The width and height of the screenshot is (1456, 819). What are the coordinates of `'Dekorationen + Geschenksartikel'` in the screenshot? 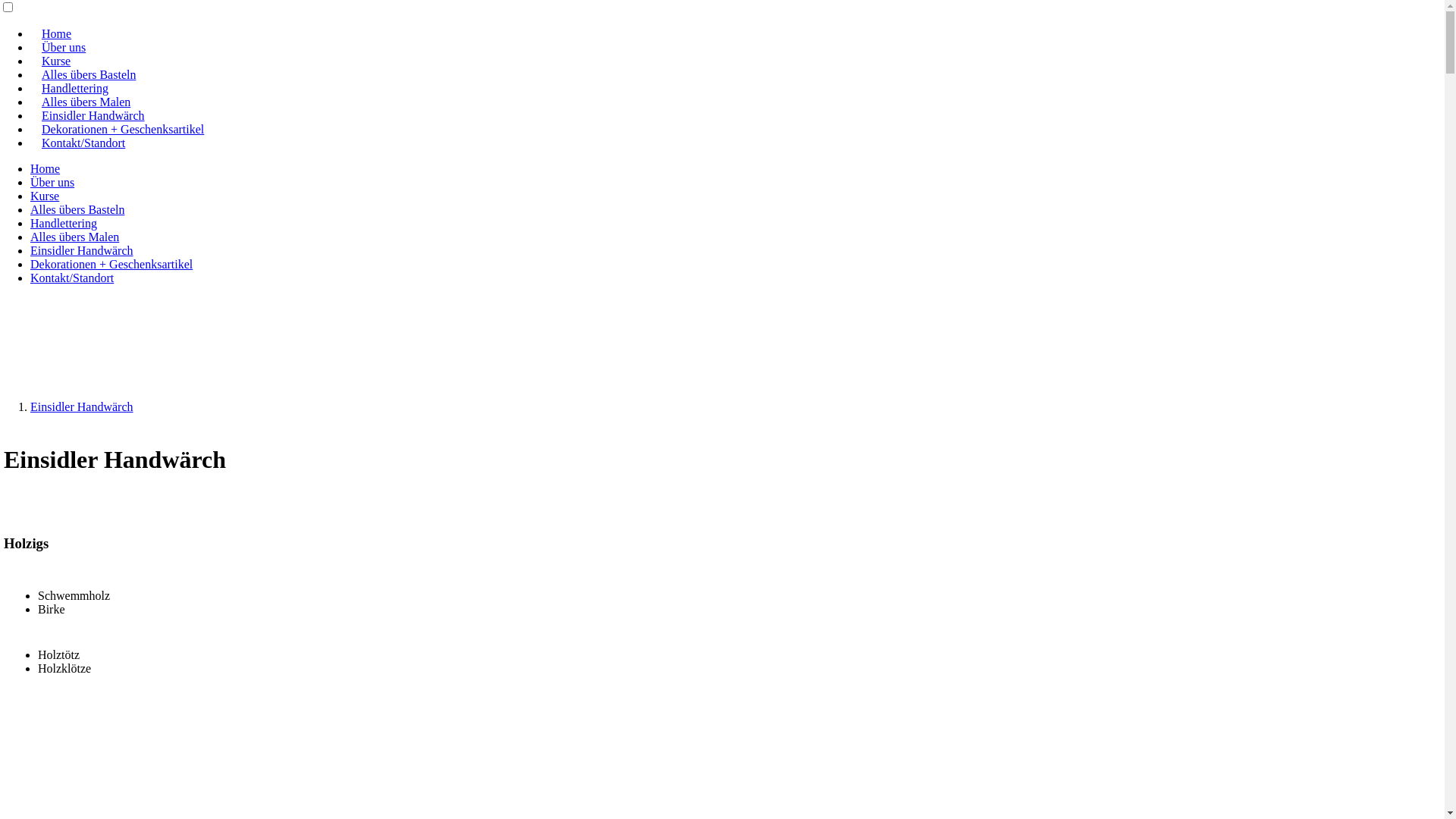 It's located at (30, 128).